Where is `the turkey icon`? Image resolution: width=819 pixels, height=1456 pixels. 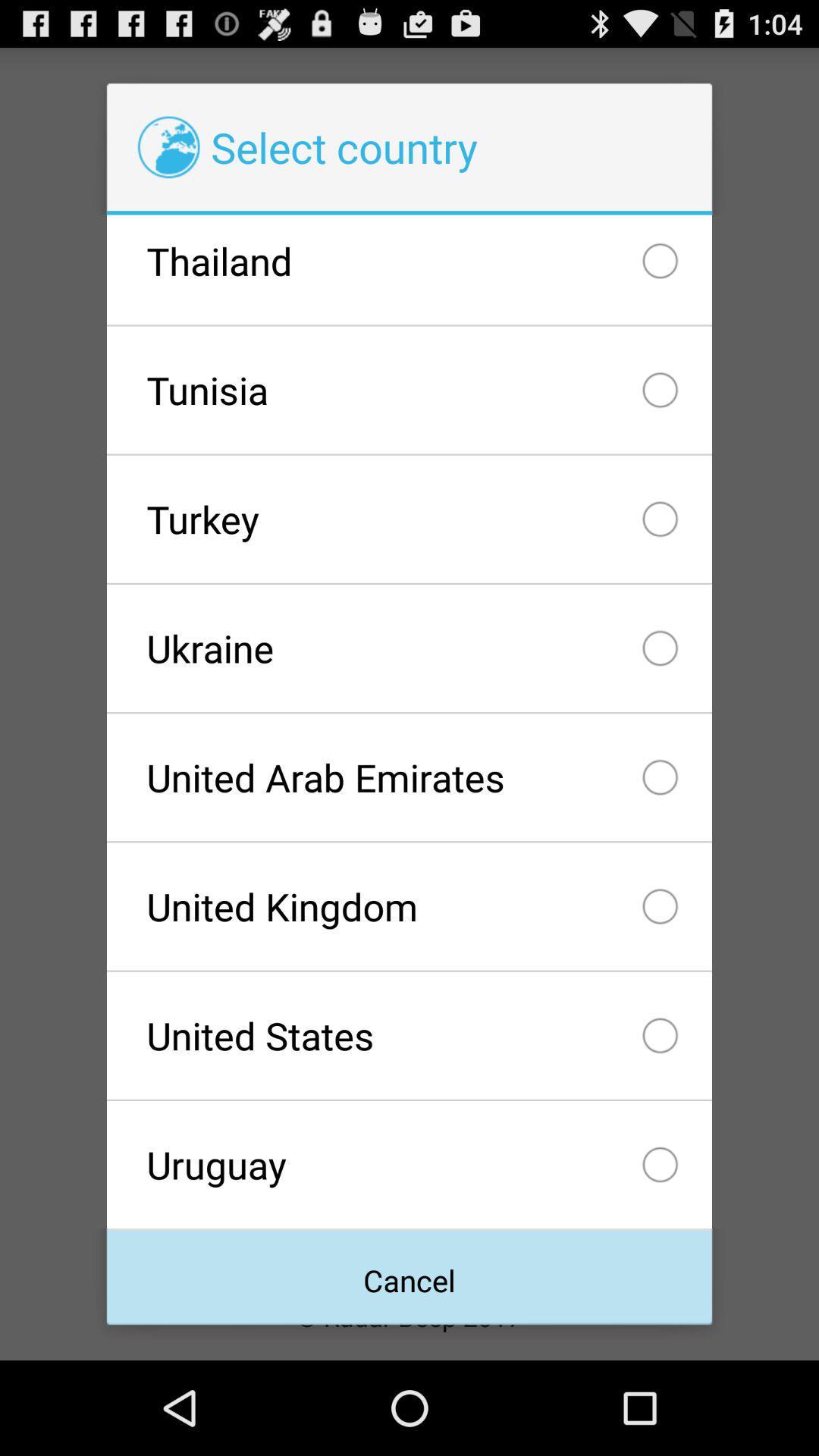 the turkey icon is located at coordinates (409, 519).